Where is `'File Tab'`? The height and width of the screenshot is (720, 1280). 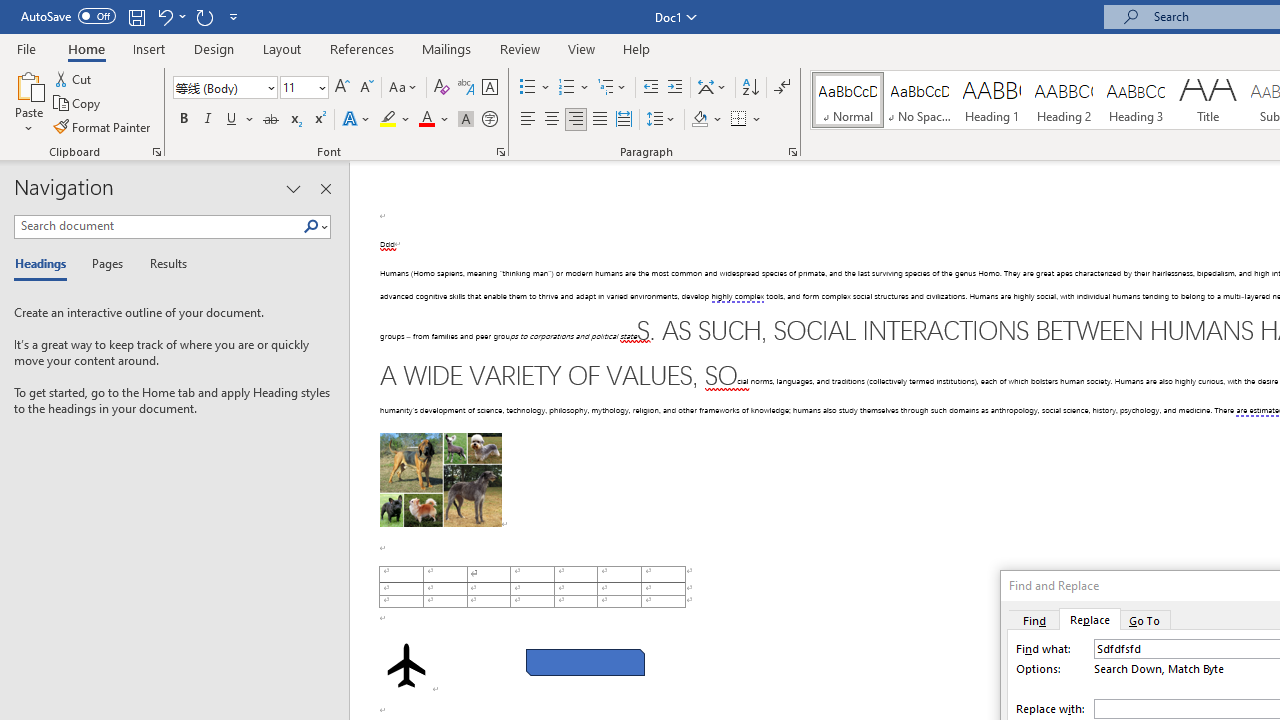
'File Tab' is located at coordinates (26, 47).